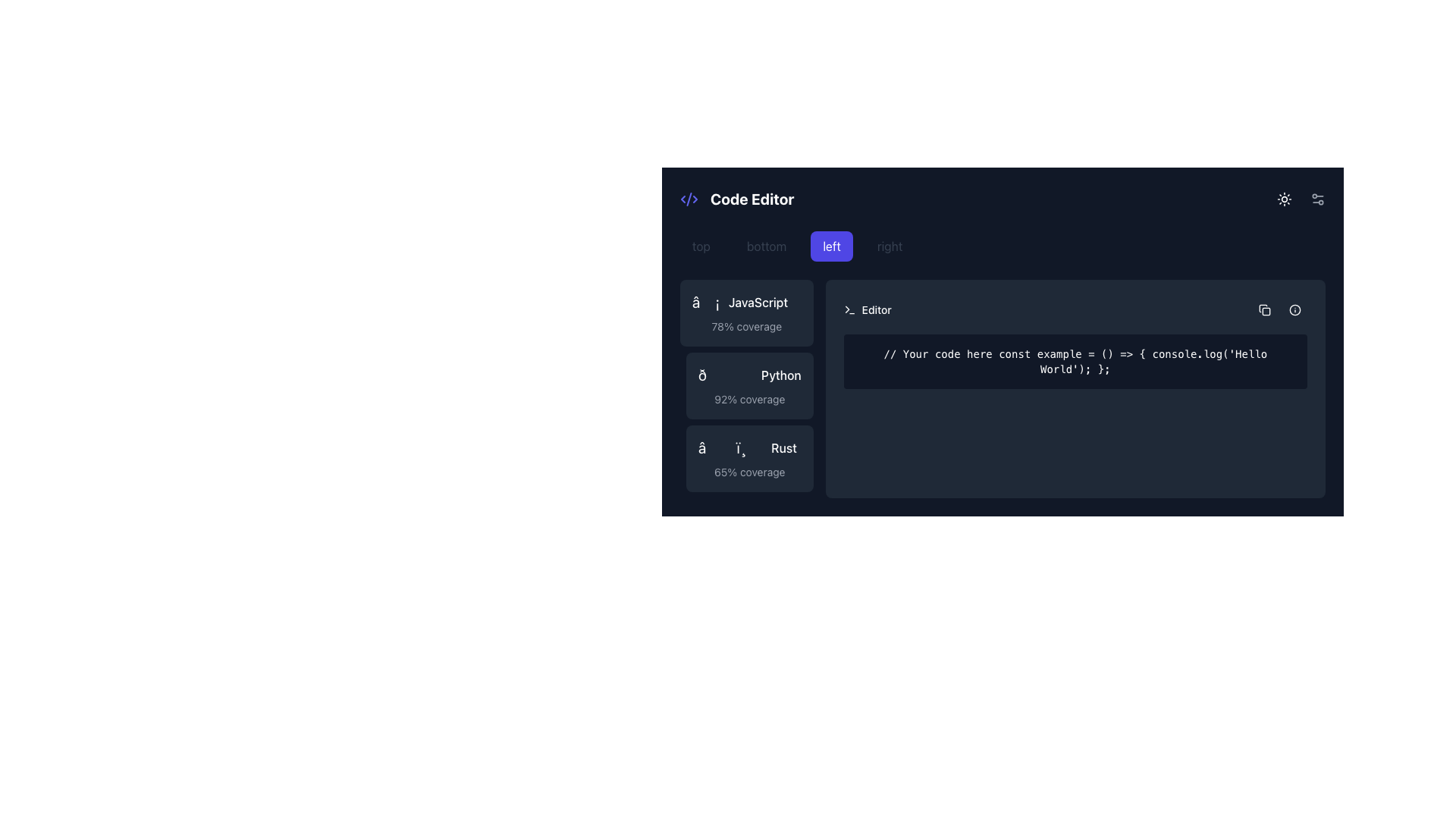 This screenshot has width=1456, height=819. What do you see at coordinates (1263, 308) in the screenshot?
I see `the SVG icon component resembling a document or copy symbol with rounded corners` at bounding box center [1263, 308].